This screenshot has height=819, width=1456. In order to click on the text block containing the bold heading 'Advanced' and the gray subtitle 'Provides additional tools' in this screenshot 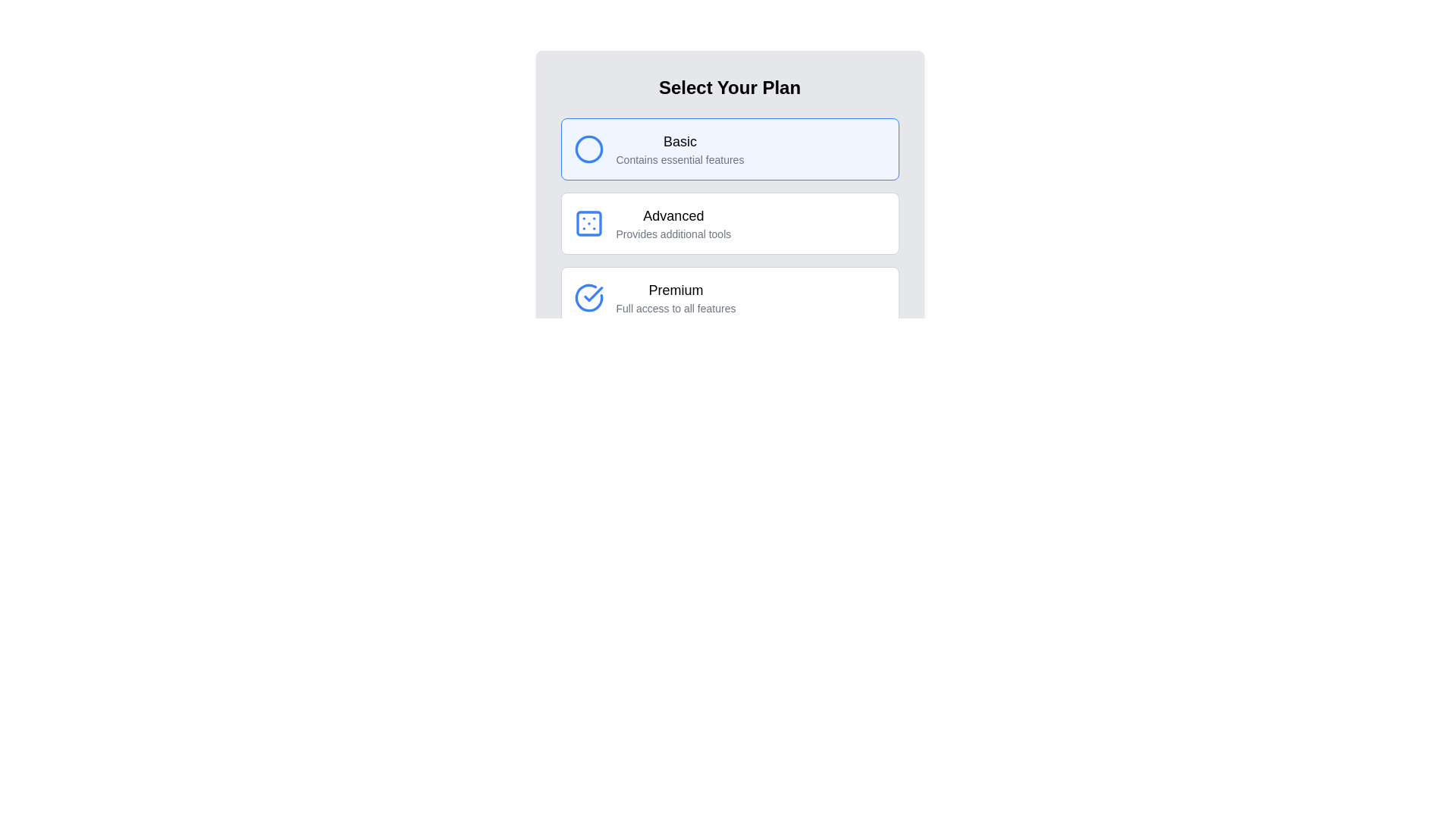, I will do `click(673, 223)`.